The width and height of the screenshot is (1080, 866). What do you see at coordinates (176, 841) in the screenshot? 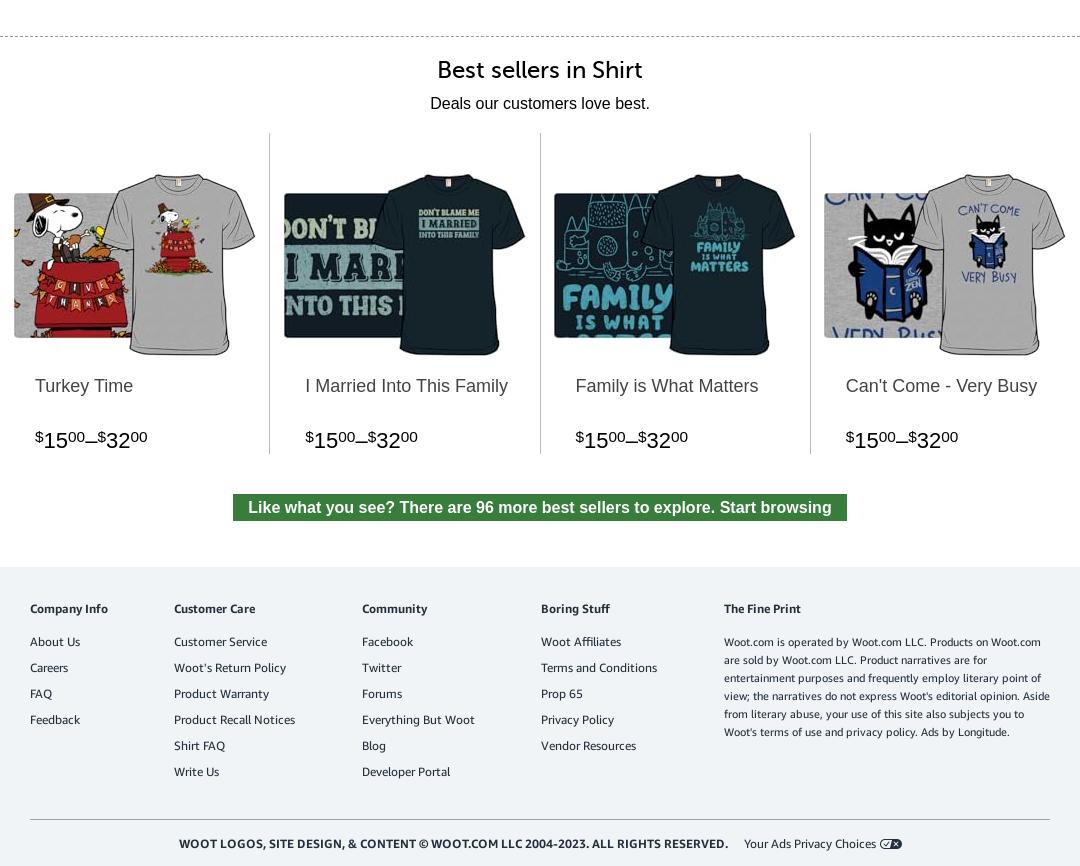
I see `'Woot logos, site design, & content © Woot.com LLC 2004-2023. All Rights Reserved.'` at bounding box center [176, 841].